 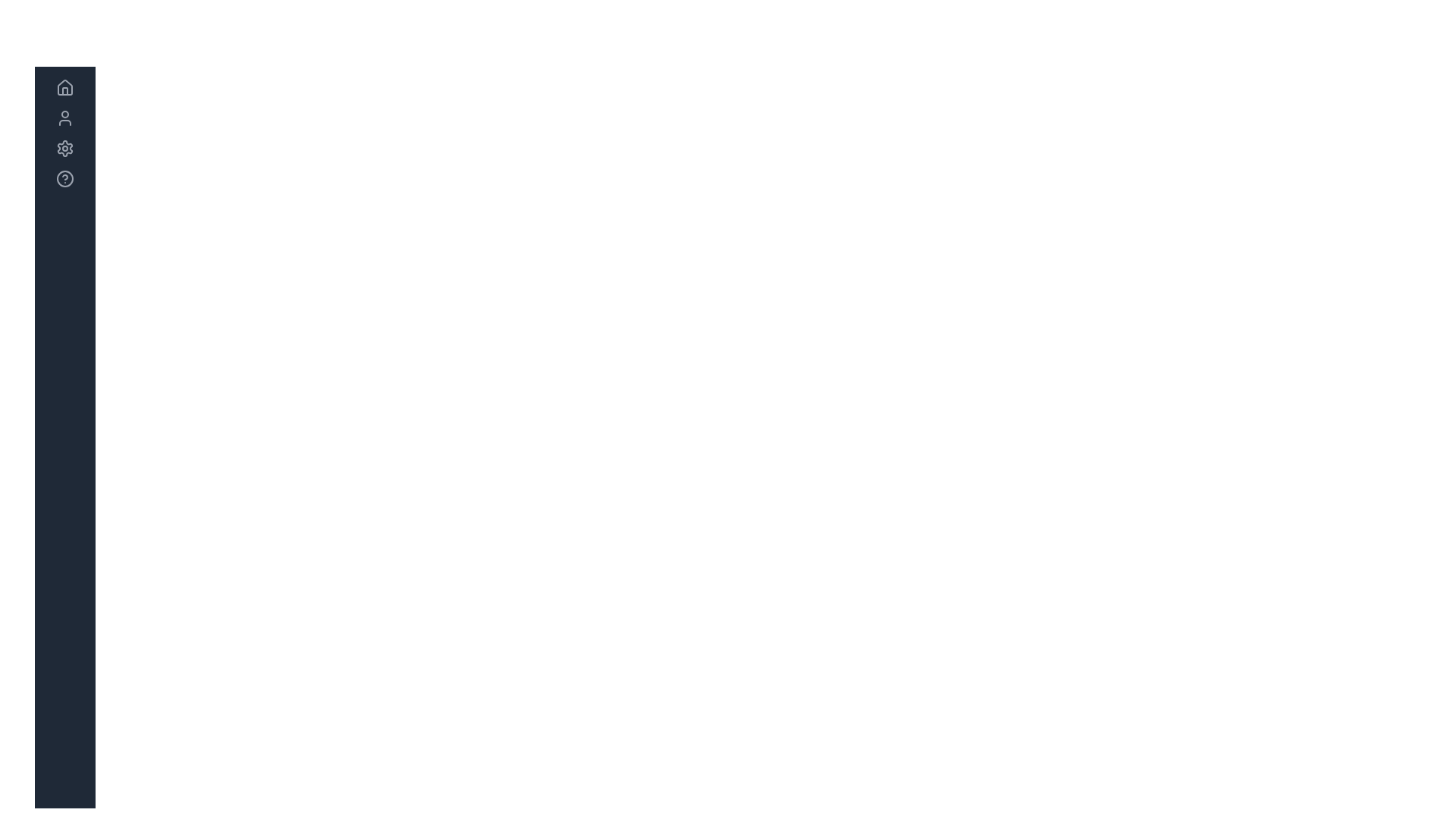 I want to click on the gear icon in the left sidebar menu, which is the third item below the user profile icon and above the question mark icon, to manage preferences, so click(x=64, y=149).